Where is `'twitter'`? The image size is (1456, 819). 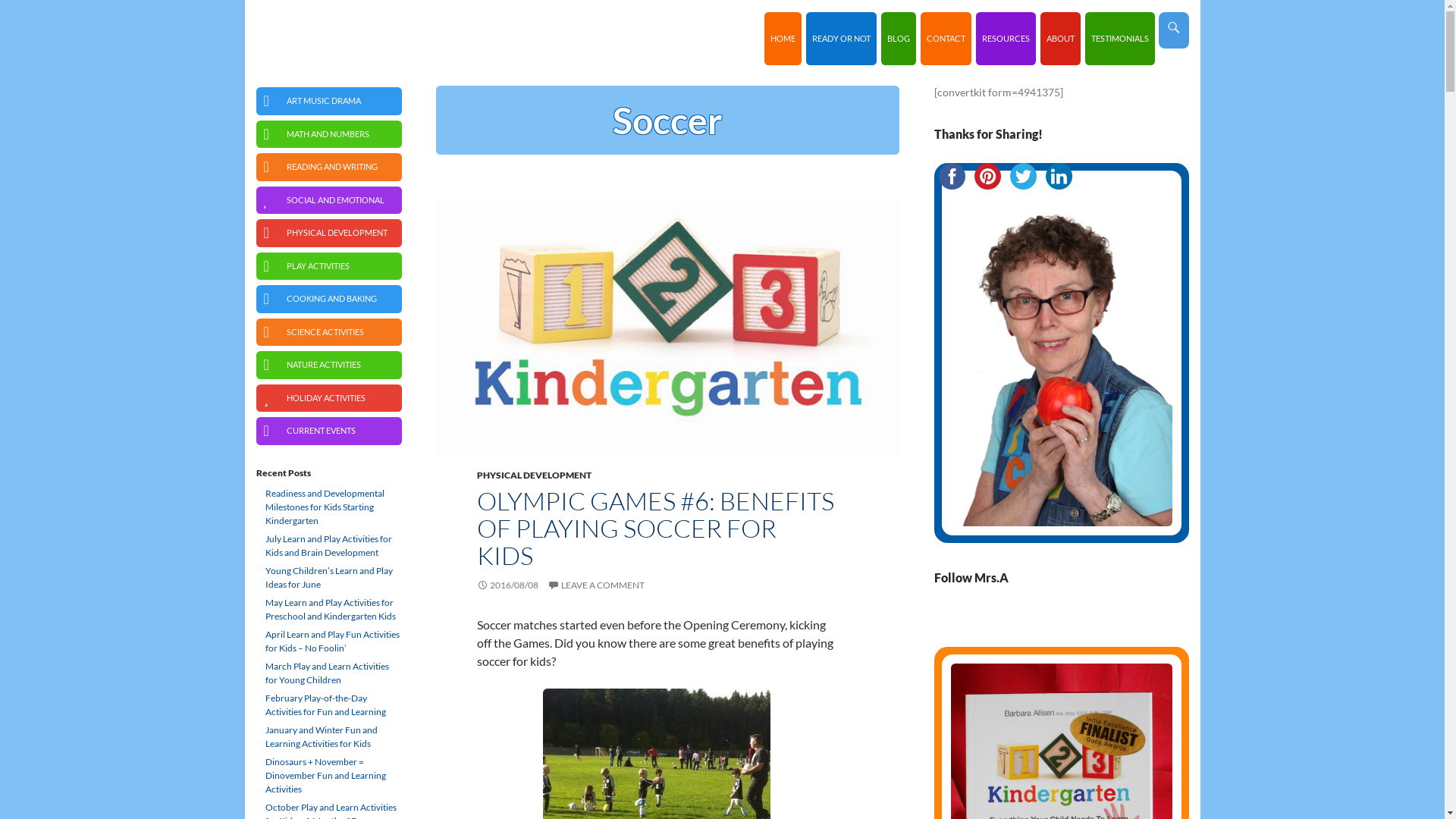 'twitter' is located at coordinates (1023, 175).